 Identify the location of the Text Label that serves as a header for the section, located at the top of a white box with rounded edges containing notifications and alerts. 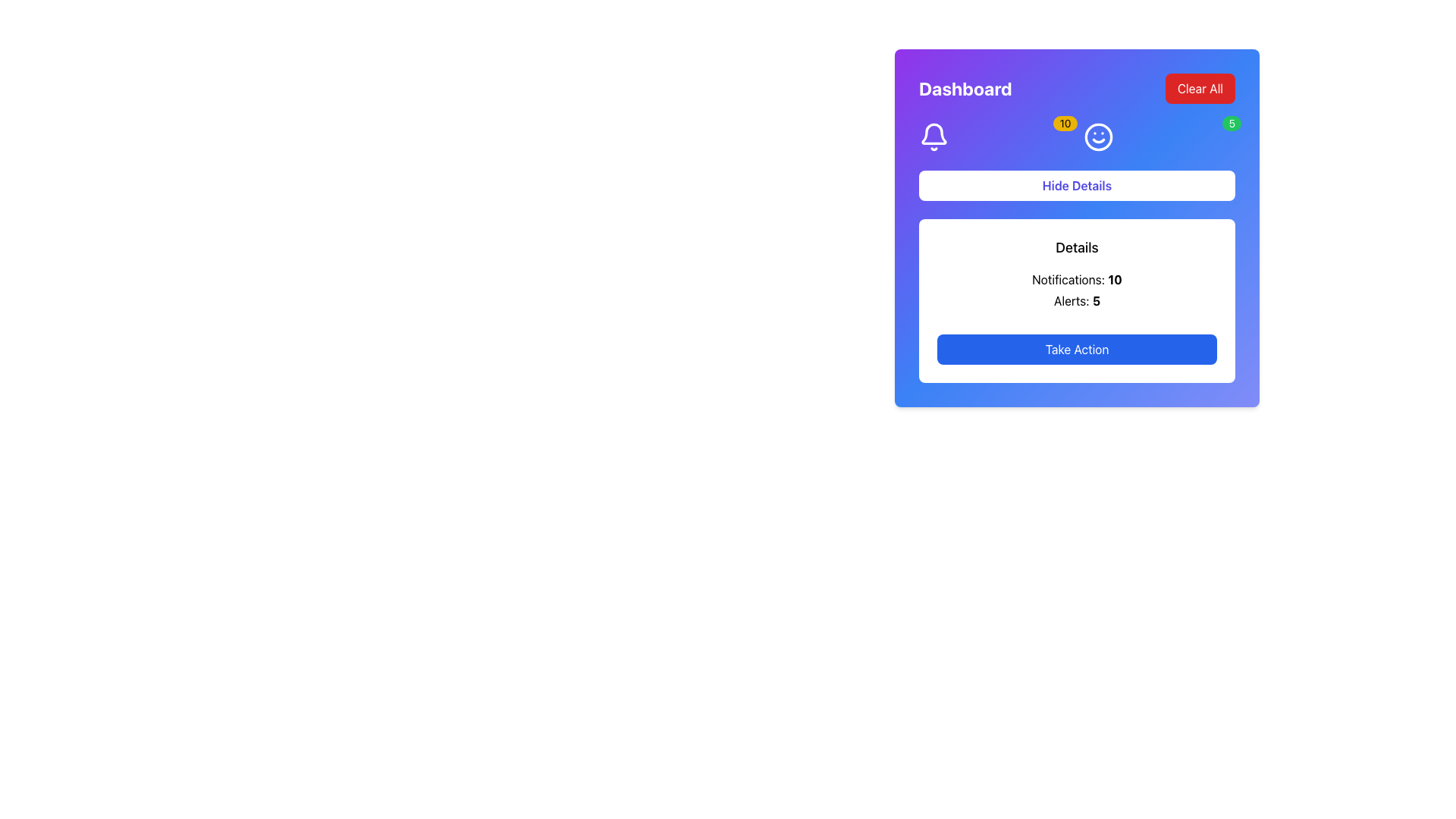
(1076, 247).